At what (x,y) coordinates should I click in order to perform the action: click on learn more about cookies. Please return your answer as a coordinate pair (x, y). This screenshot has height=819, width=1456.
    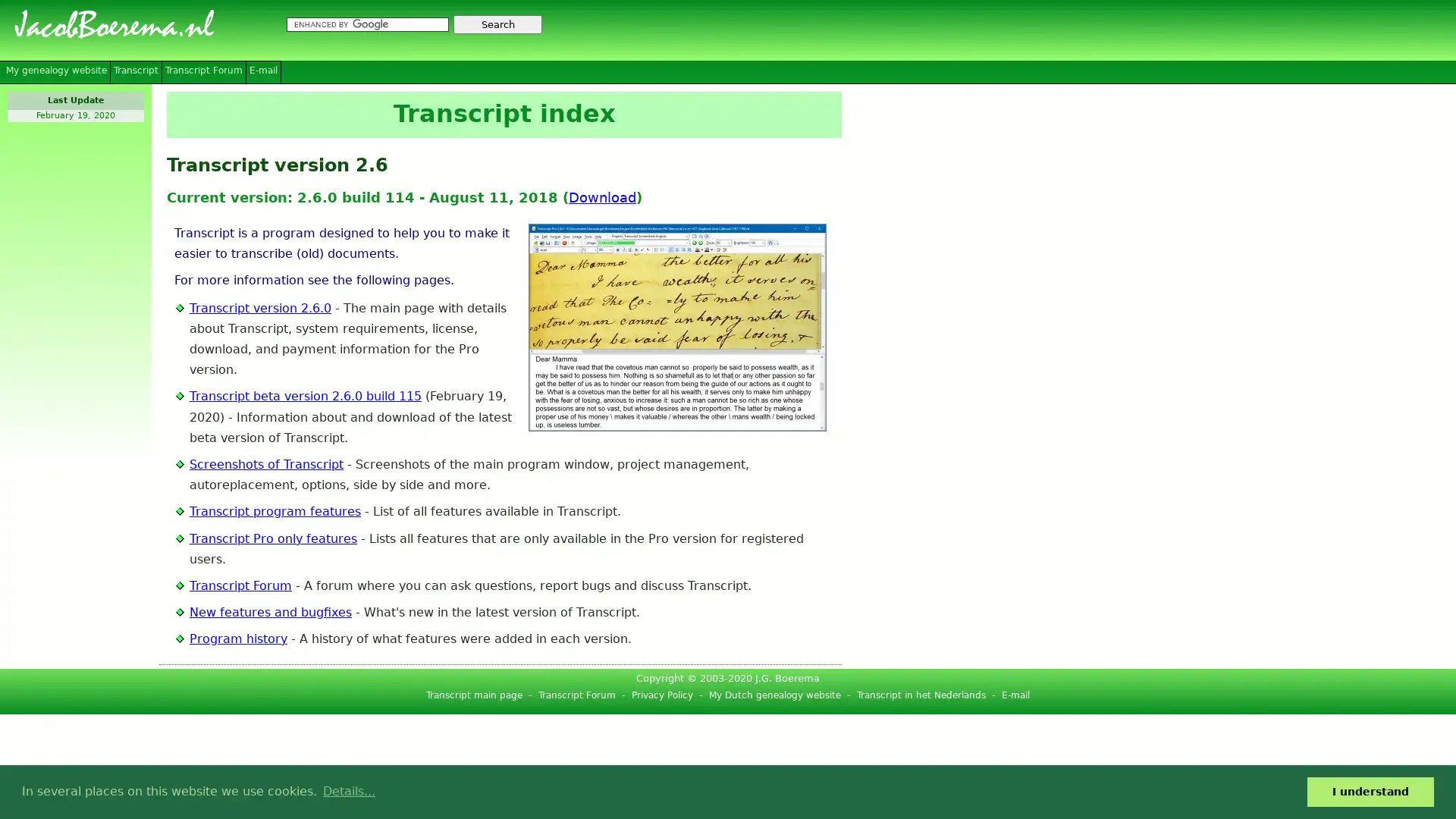
    Looking at the image, I should click on (348, 791).